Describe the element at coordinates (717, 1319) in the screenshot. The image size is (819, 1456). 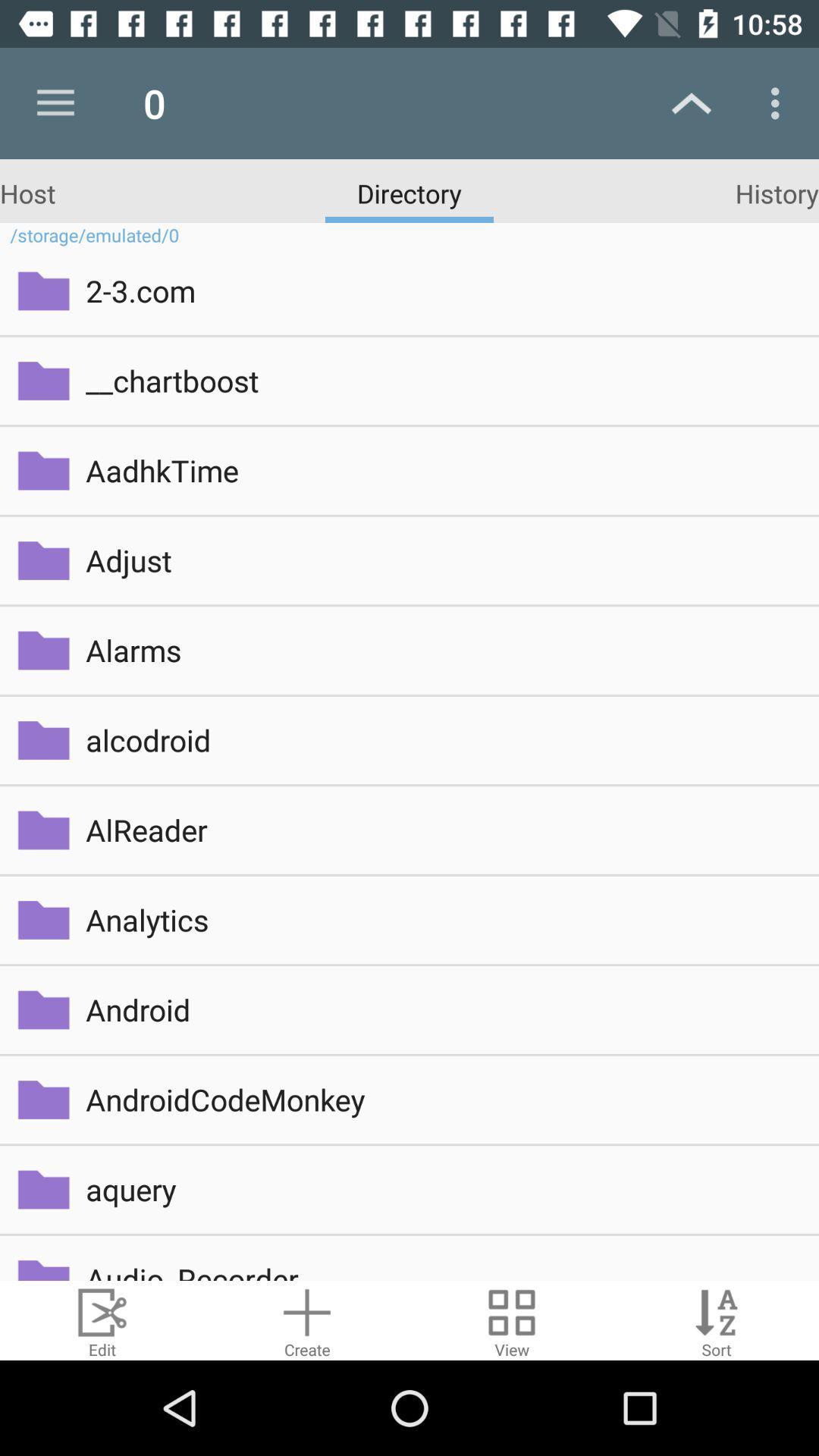
I see `sort alphabetically` at that location.